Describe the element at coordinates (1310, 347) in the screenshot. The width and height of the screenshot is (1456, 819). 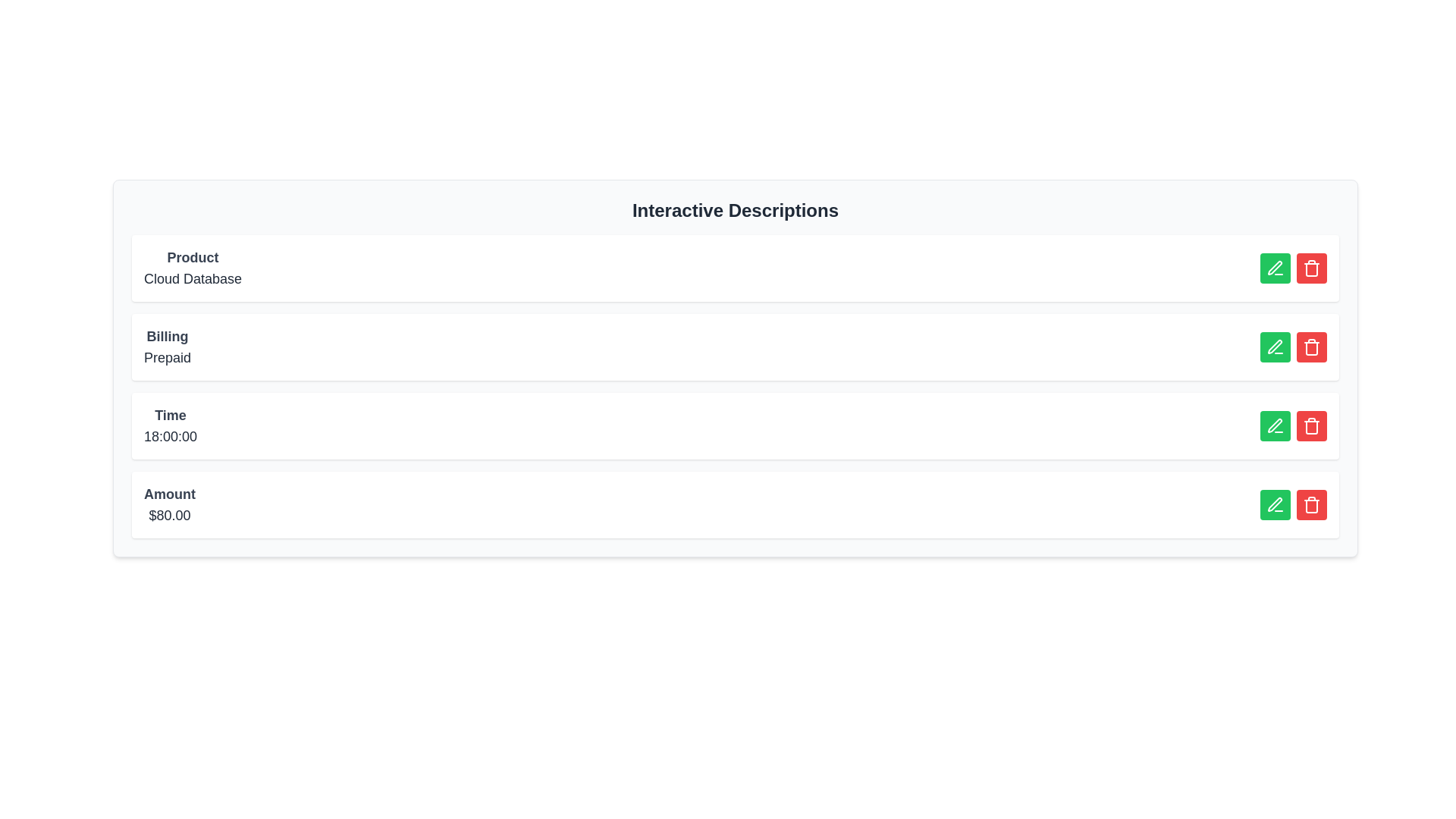
I see `the delete button located on the right side of the action bar row, which is the second button following a green pen icon` at that location.